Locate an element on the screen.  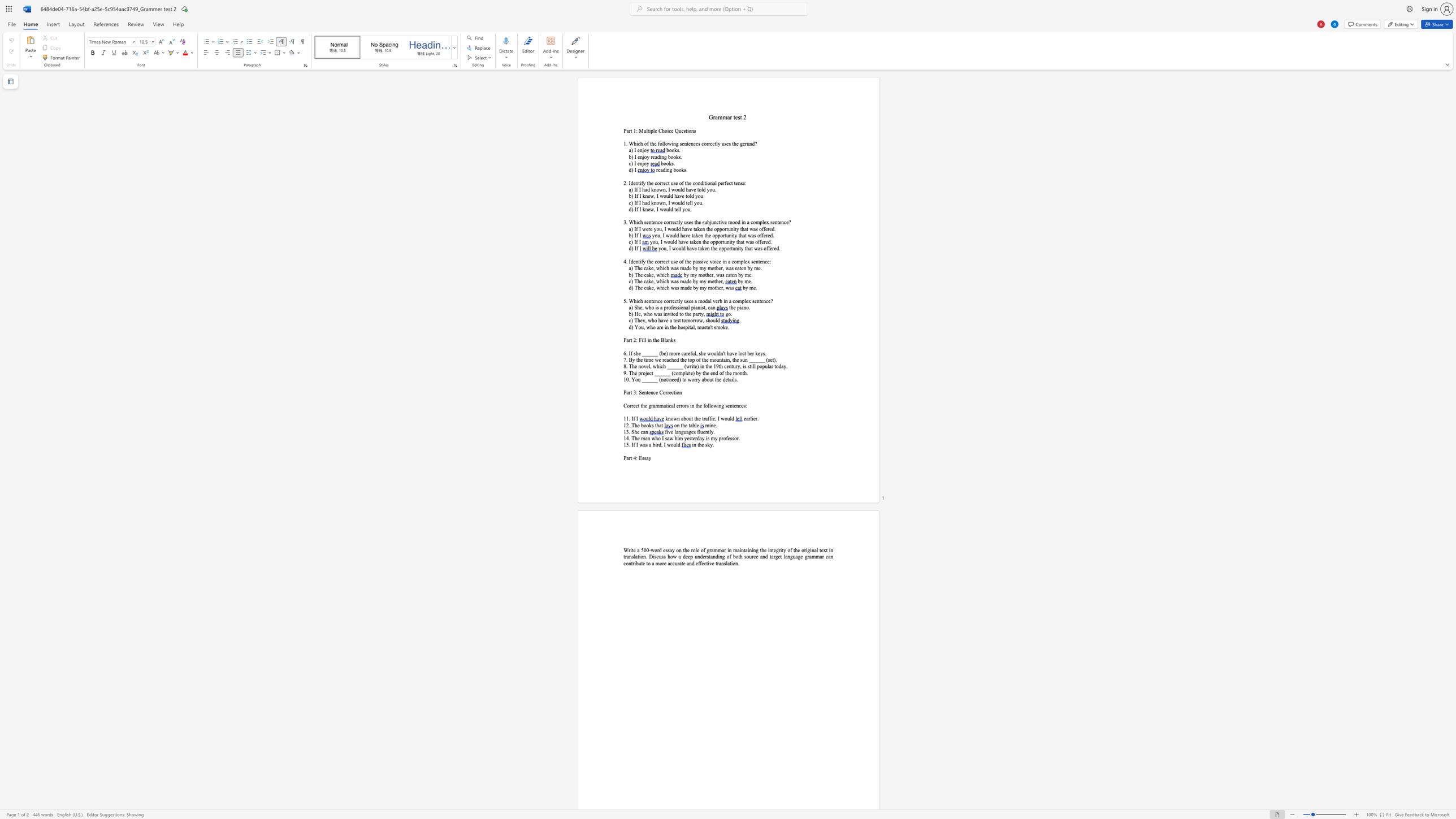
the space between the continuous character "l" and "a" in the text is located at coordinates (665, 339).